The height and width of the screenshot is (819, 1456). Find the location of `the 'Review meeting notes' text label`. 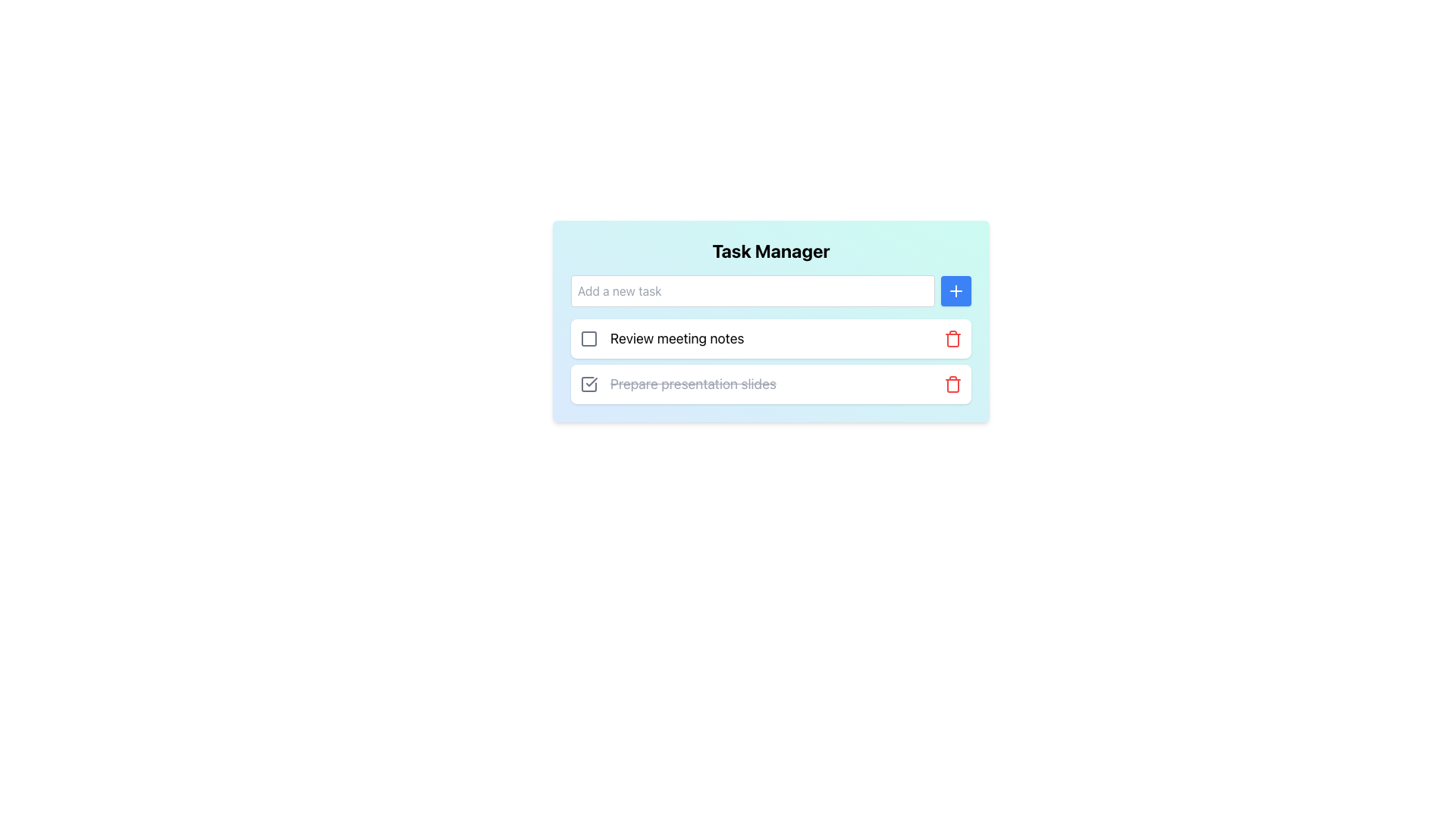

the 'Review meeting notes' text label is located at coordinates (662, 338).